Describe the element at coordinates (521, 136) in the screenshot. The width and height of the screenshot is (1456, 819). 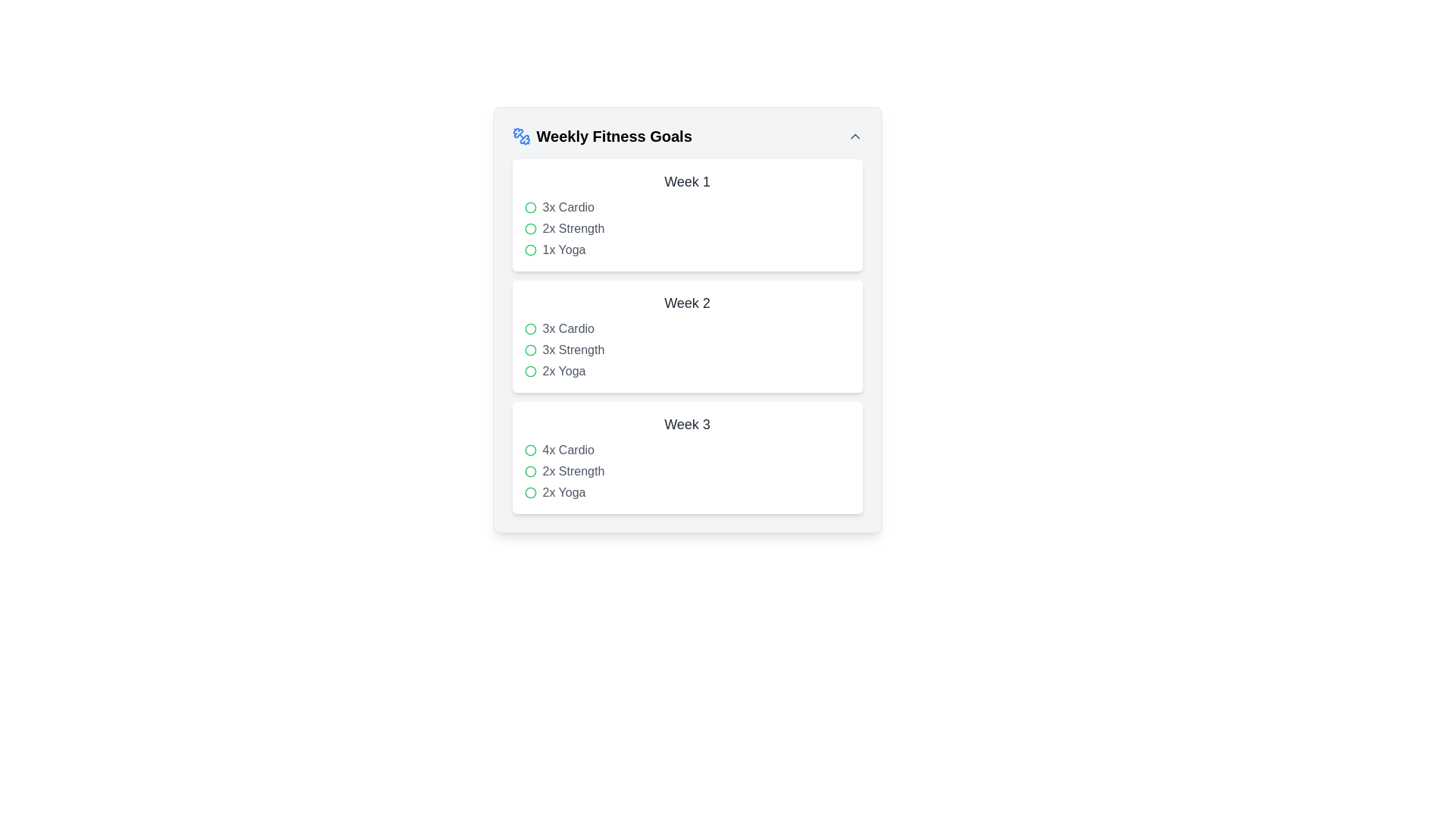
I see `the fitness goals icon located to the left of the 'Weekly Fitness Goals' text in the header row` at that location.